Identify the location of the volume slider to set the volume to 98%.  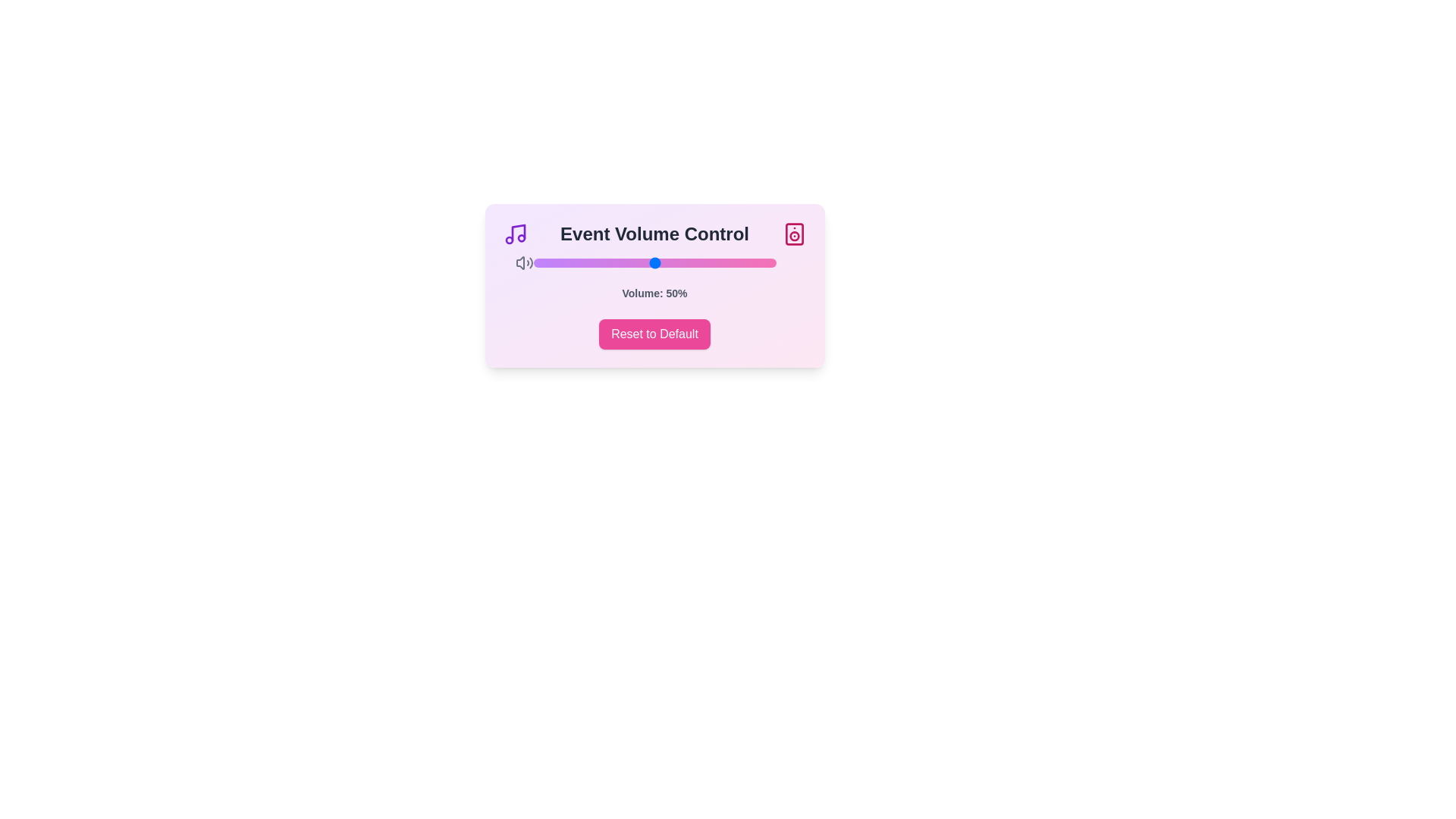
(771, 262).